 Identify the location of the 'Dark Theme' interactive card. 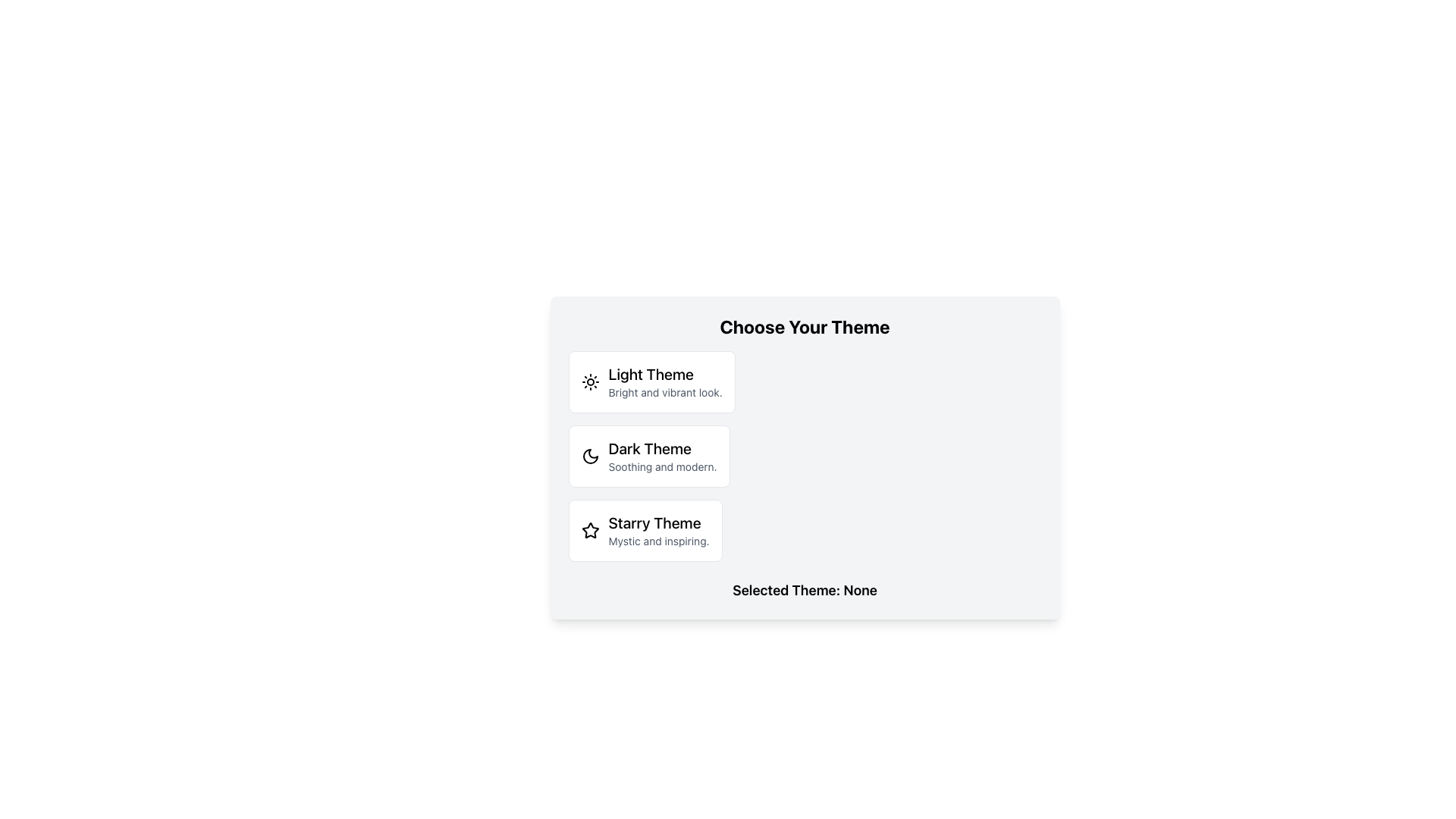
(649, 455).